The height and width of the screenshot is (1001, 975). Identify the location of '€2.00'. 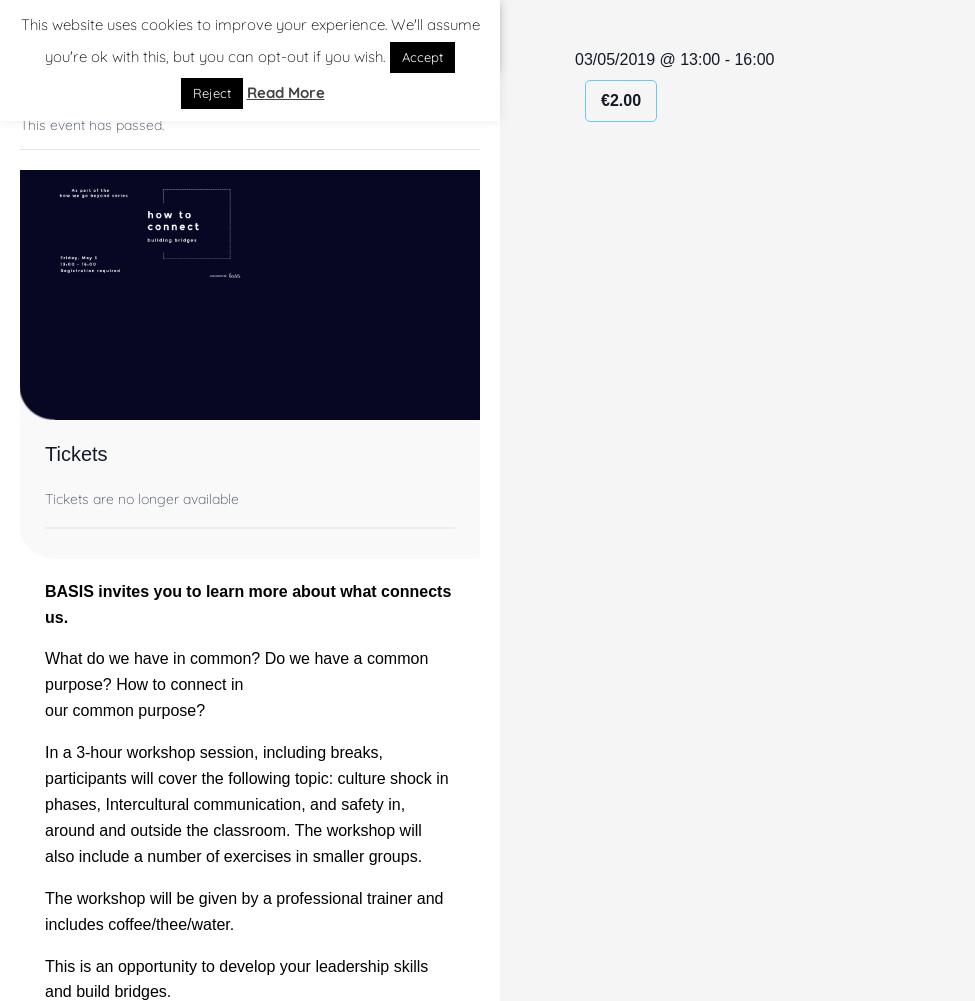
(620, 99).